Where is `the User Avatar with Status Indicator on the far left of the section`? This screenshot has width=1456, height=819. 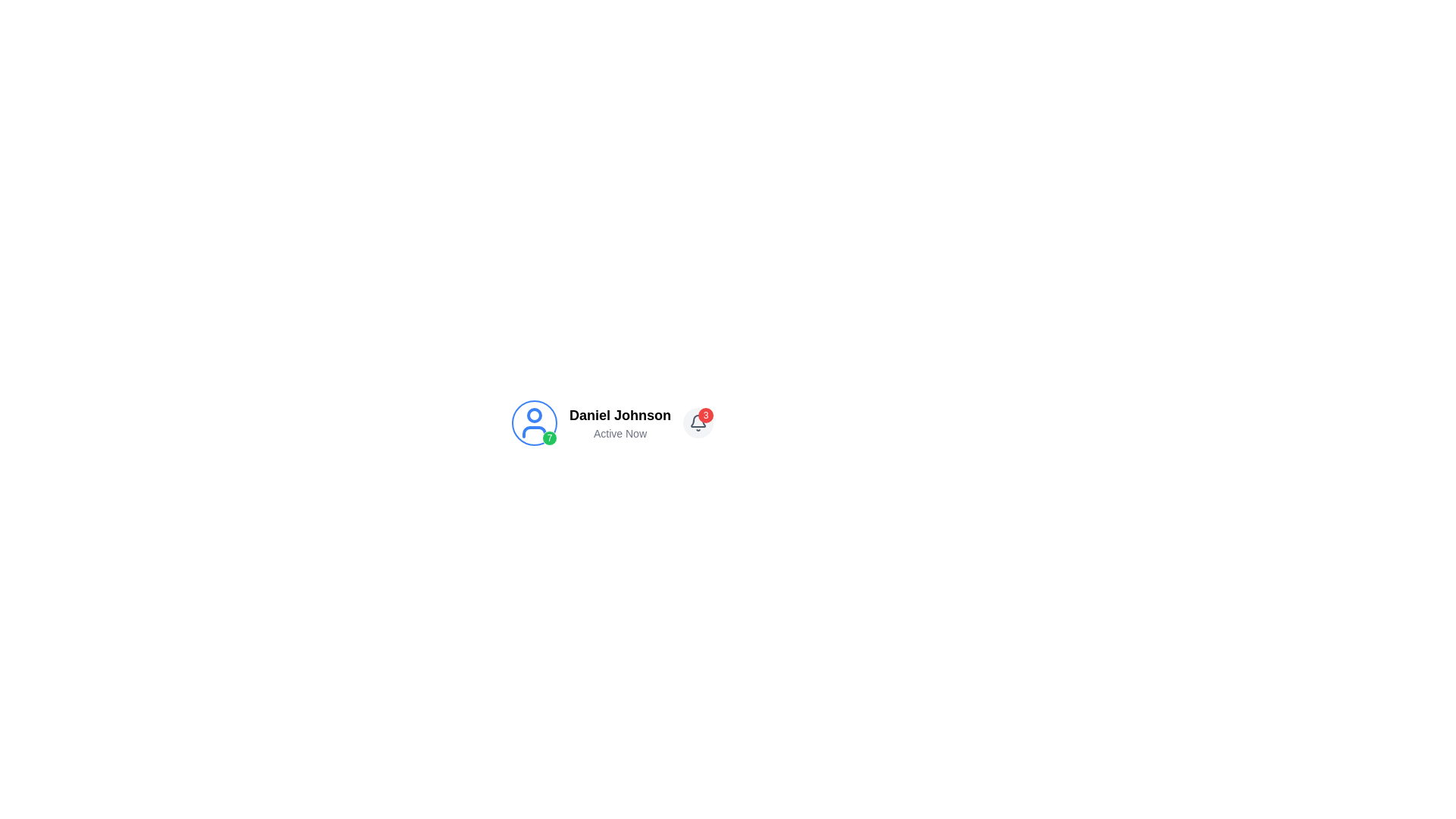 the User Avatar with Status Indicator on the far left of the section is located at coordinates (535, 423).